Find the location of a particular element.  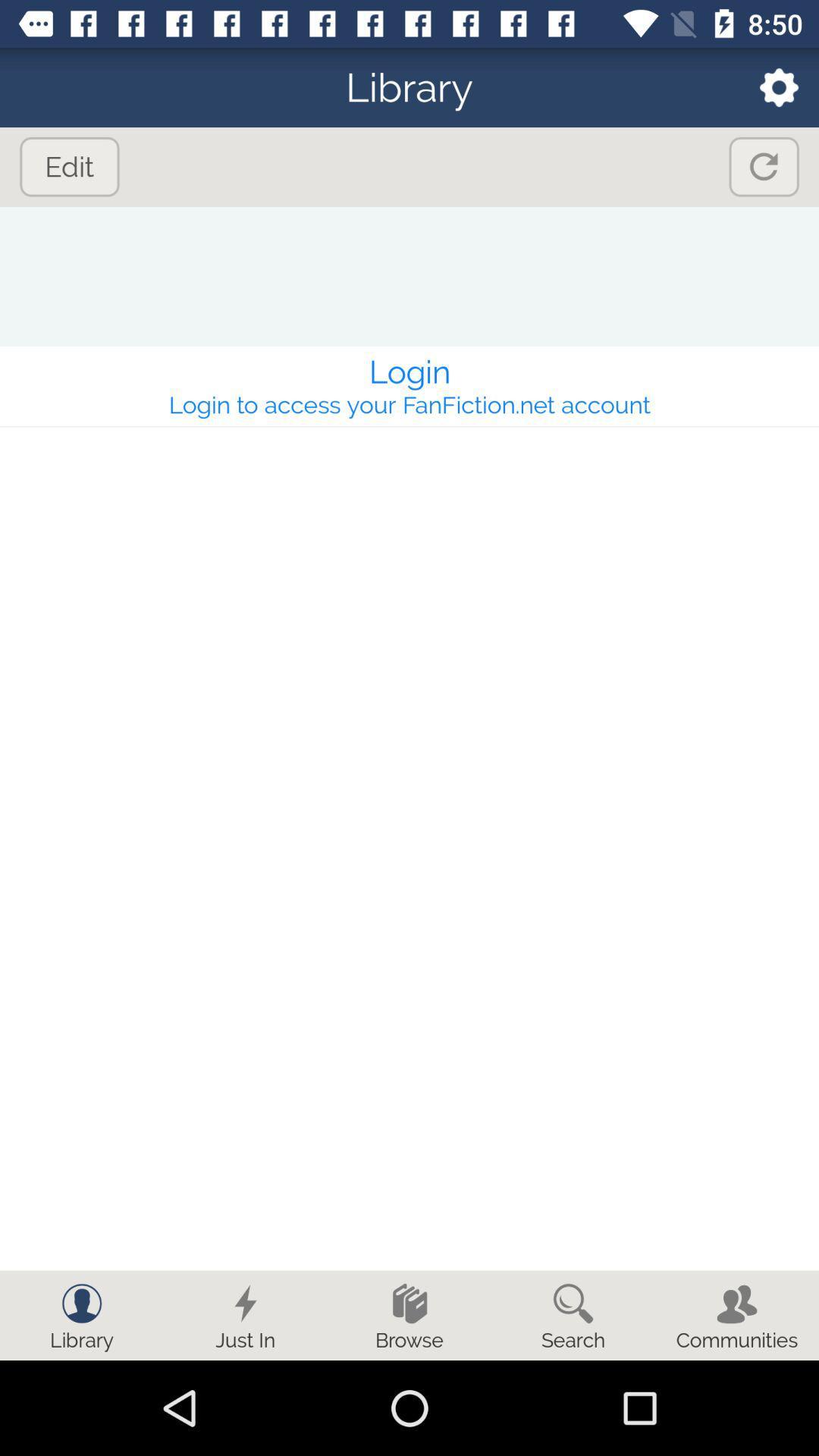

click for user settings is located at coordinates (769, 86).